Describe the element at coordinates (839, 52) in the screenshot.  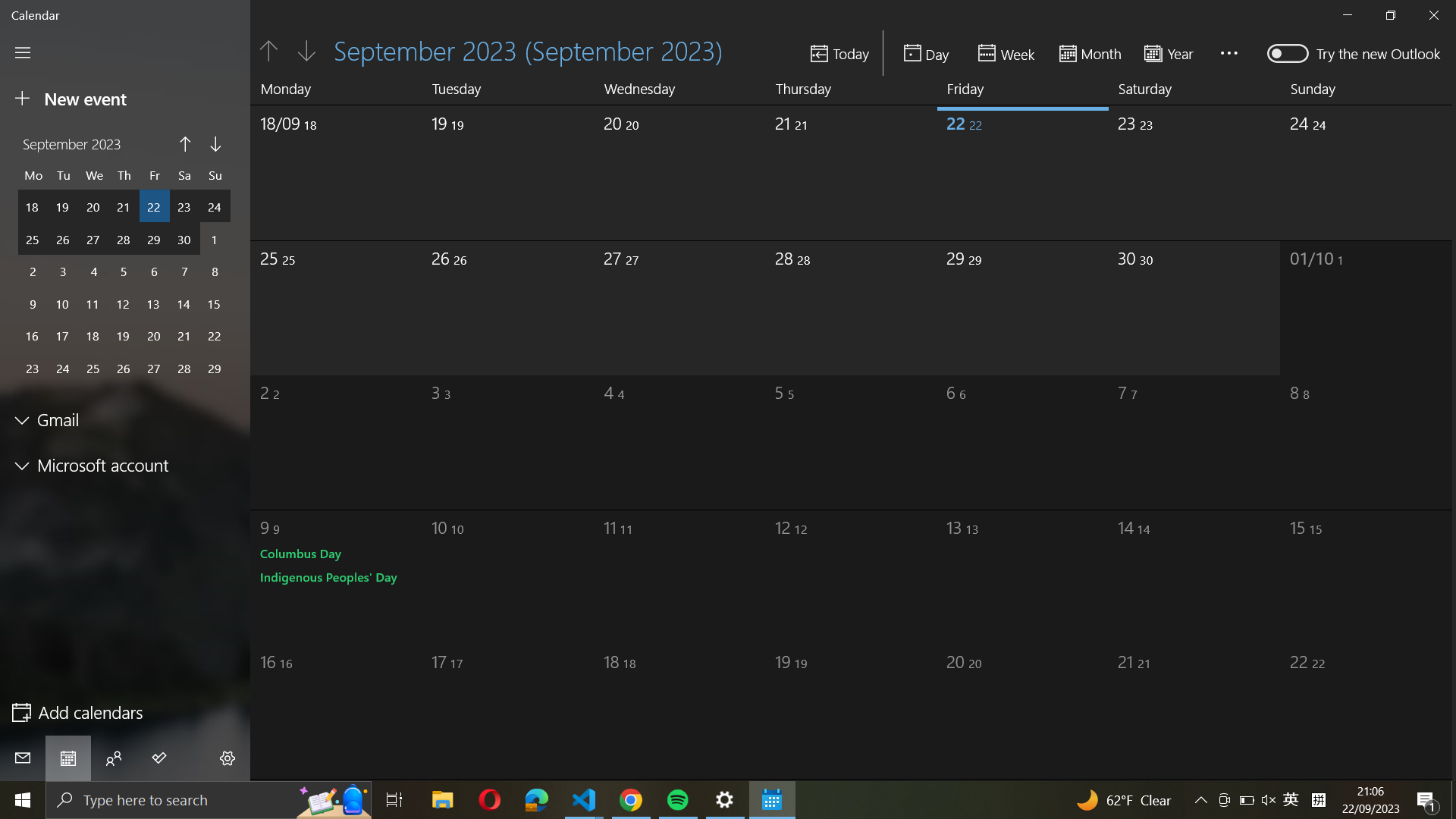
I see `the current date` at that location.